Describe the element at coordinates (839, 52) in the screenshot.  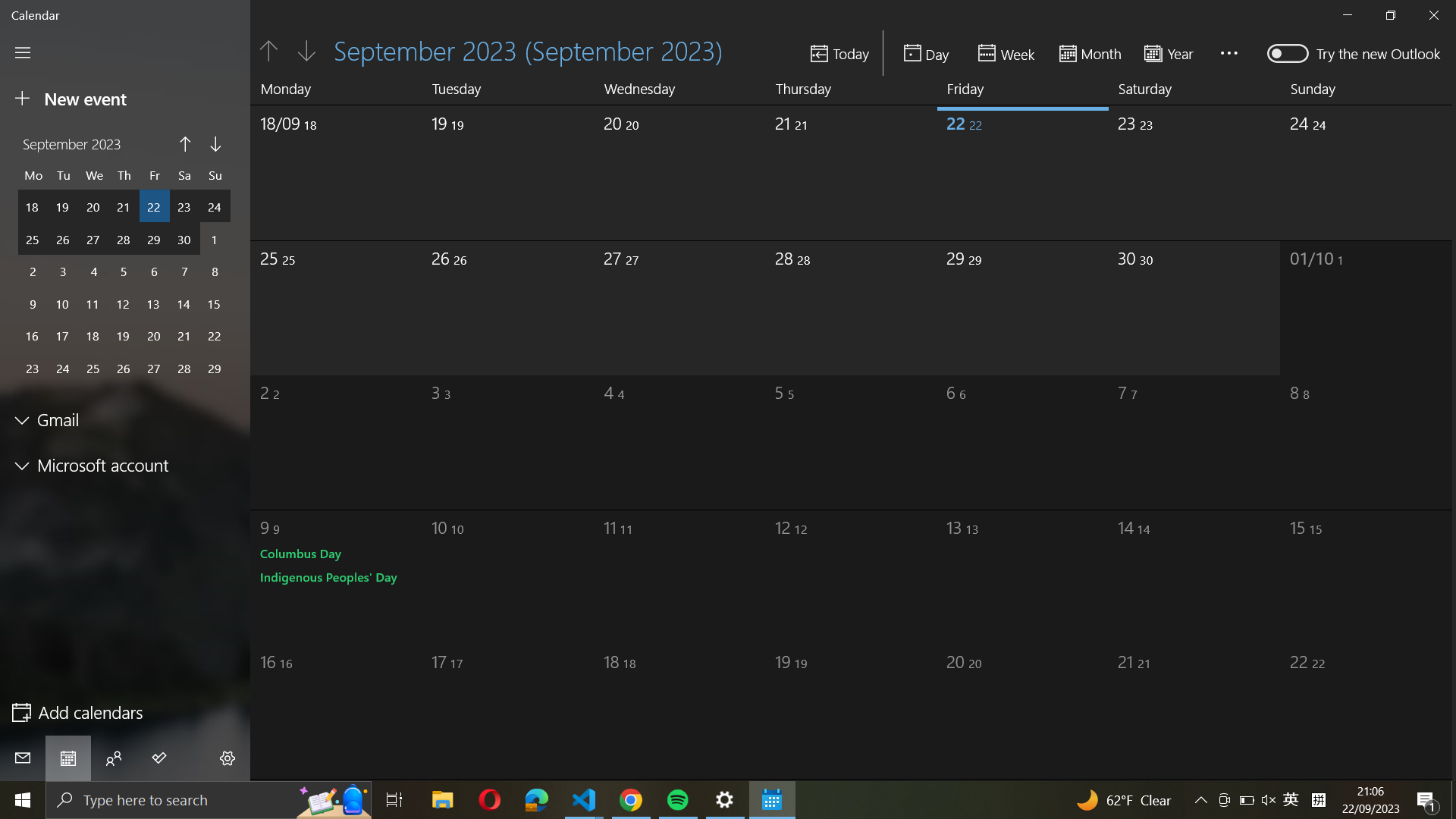
I see `the current date` at that location.